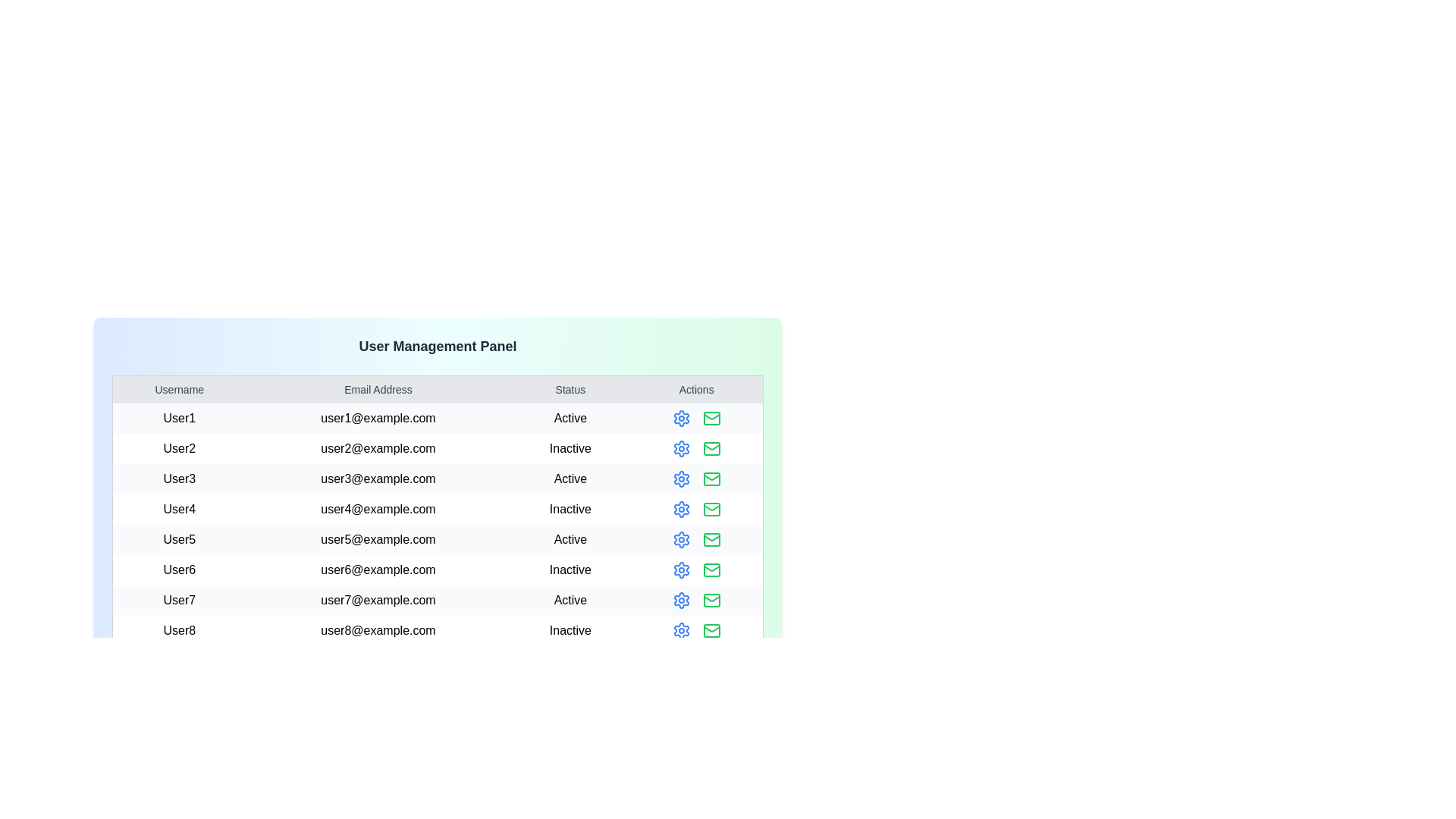 The height and width of the screenshot is (819, 1456). Describe the element at coordinates (378, 388) in the screenshot. I see `the table header labeled Email Address to sort the table by that column` at that location.